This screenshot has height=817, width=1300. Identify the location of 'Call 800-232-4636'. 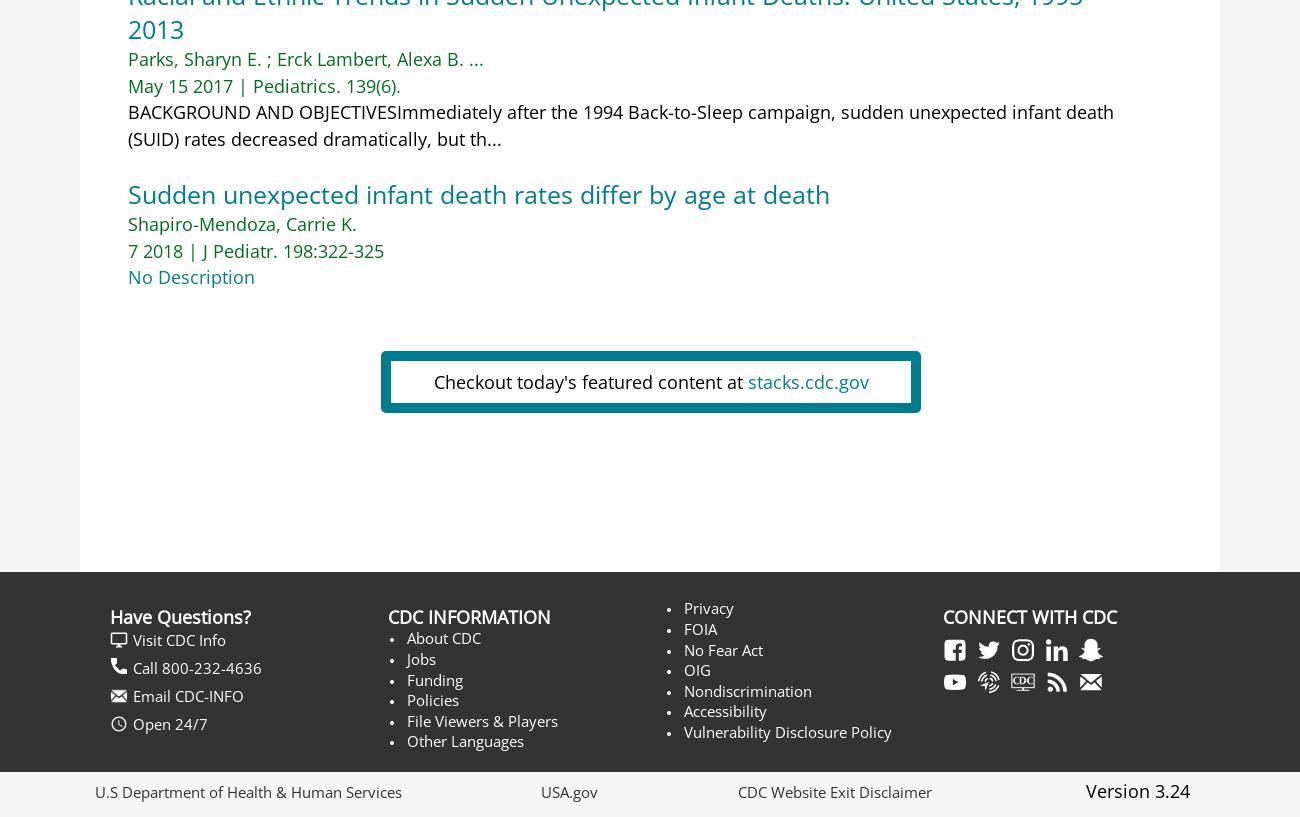
(131, 666).